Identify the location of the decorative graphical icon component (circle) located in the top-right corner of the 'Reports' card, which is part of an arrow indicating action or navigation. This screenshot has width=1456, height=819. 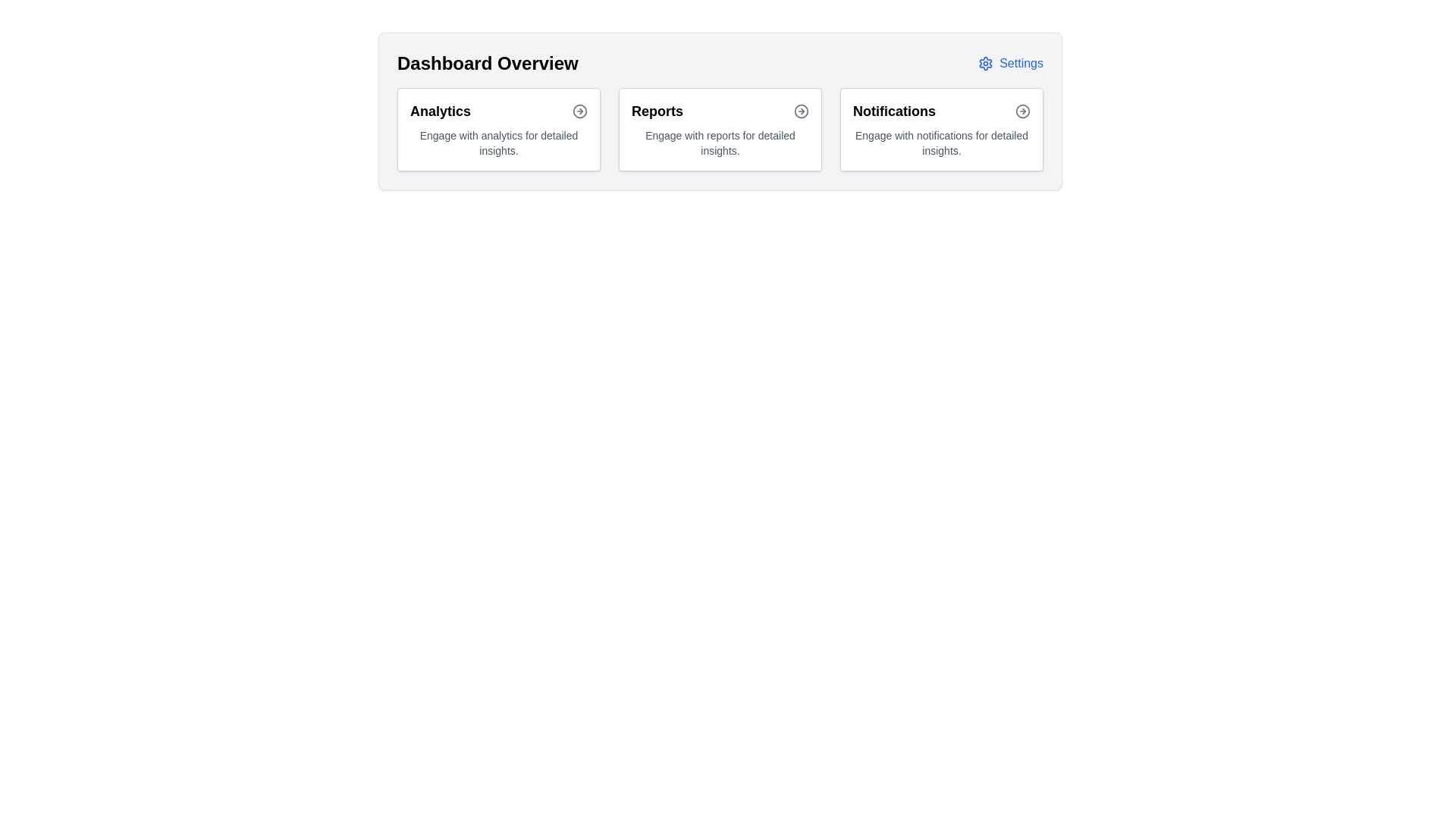
(800, 110).